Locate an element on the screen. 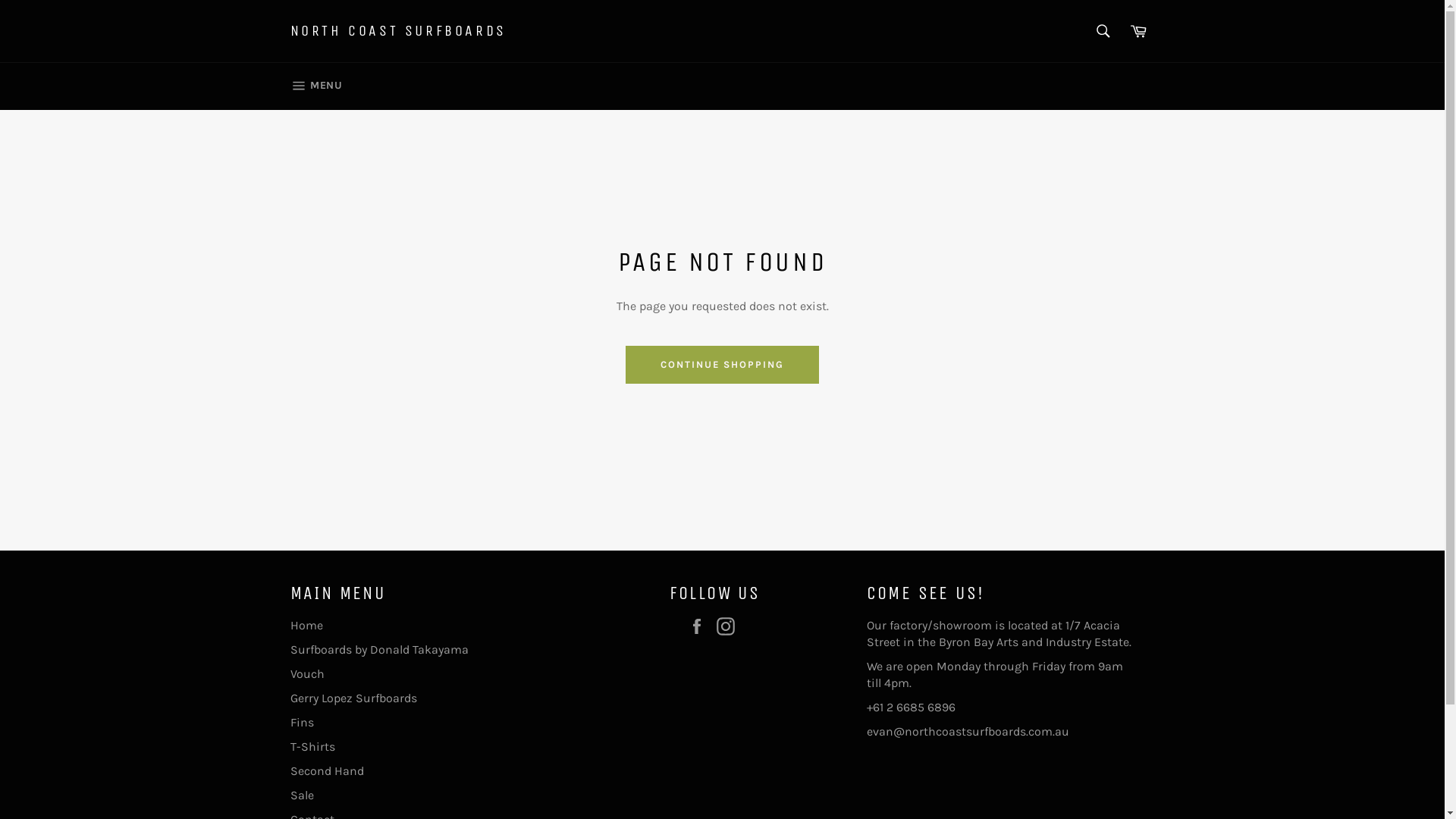  'Second Hand' is located at coordinates (325, 770).